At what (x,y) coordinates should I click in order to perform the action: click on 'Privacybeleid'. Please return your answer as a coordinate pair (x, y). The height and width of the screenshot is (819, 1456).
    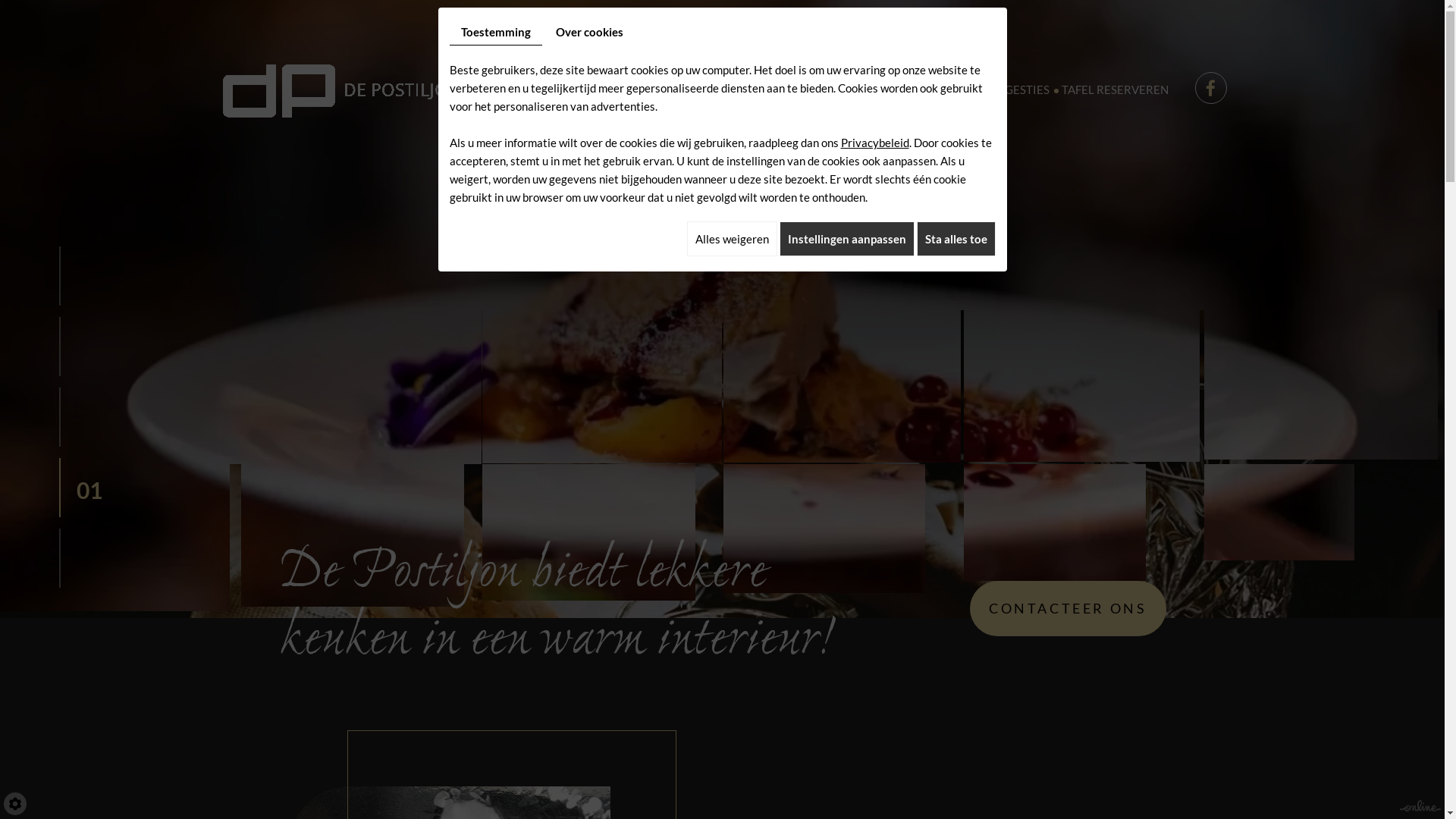
    Looking at the image, I should click on (874, 143).